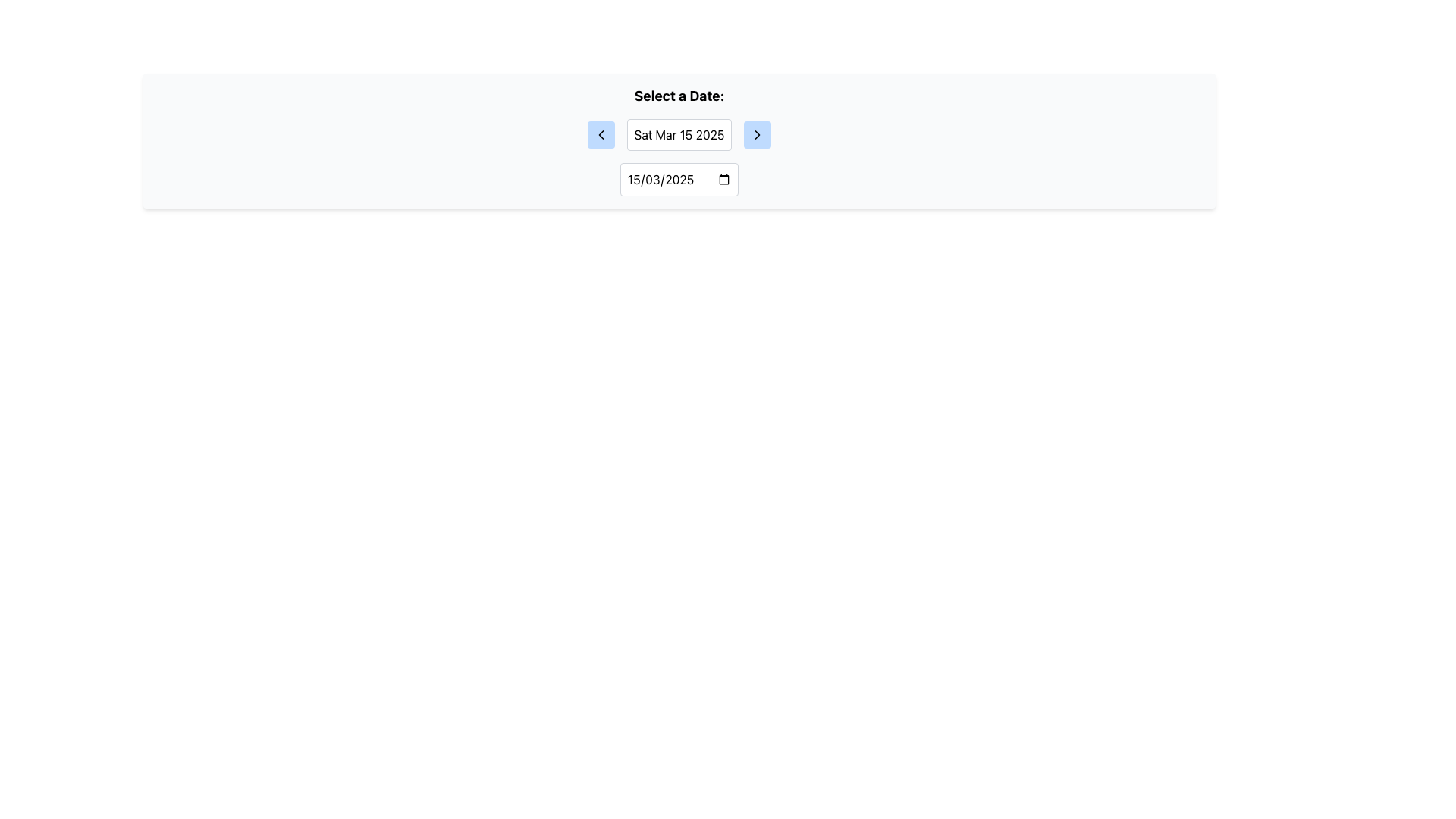 The width and height of the screenshot is (1456, 819). Describe the element at coordinates (679, 133) in the screenshot. I see `the static text display showing 'Sat Mar 15 2025', which is centrally aligned within the navigation component and has a light background with a rounded border` at that location.